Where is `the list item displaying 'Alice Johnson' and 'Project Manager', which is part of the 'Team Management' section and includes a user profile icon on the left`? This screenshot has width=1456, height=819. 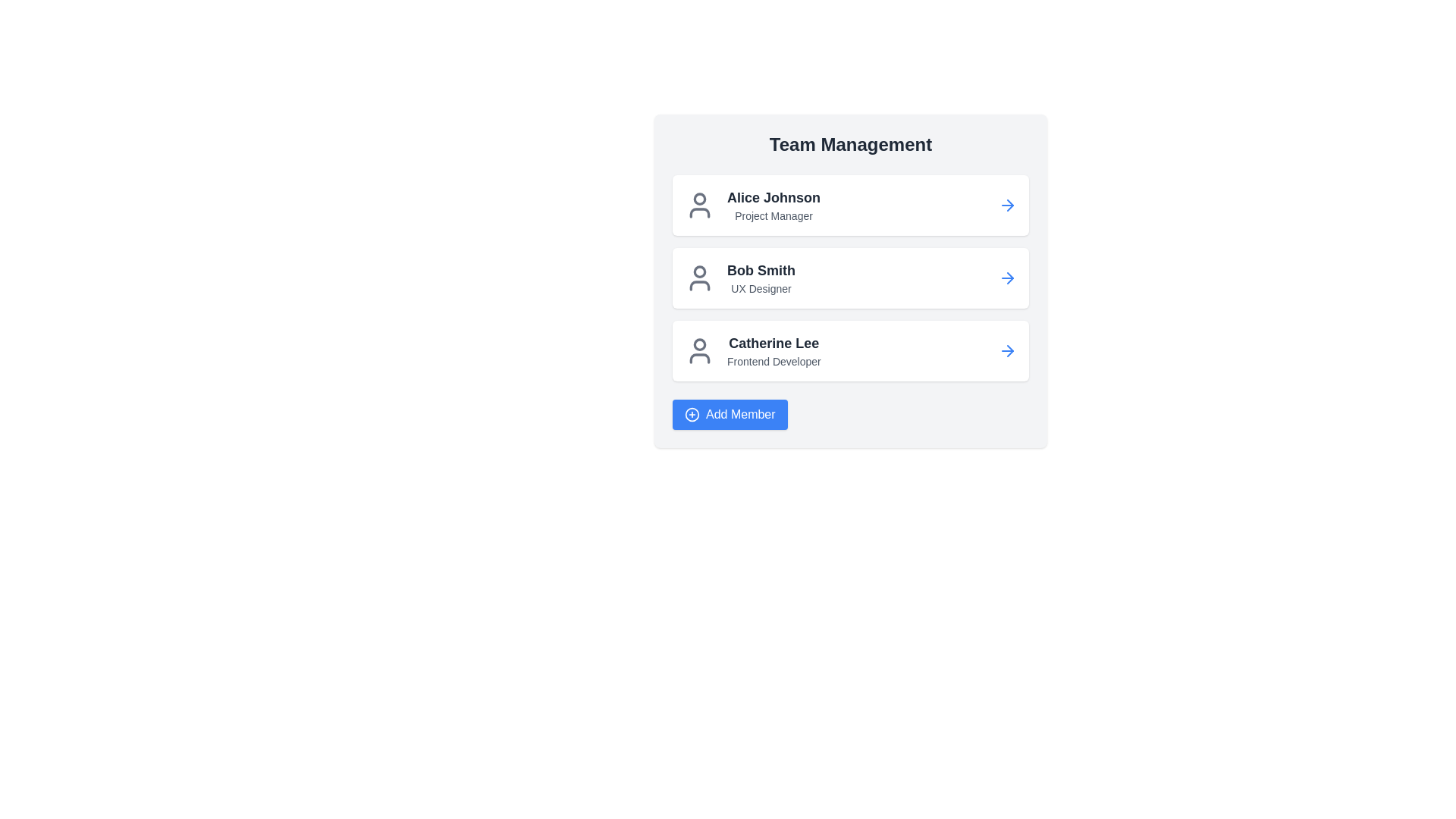
the list item displaying 'Alice Johnson' and 'Project Manager', which is part of the 'Team Management' section and includes a user profile icon on the left is located at coordinates (773, 205).